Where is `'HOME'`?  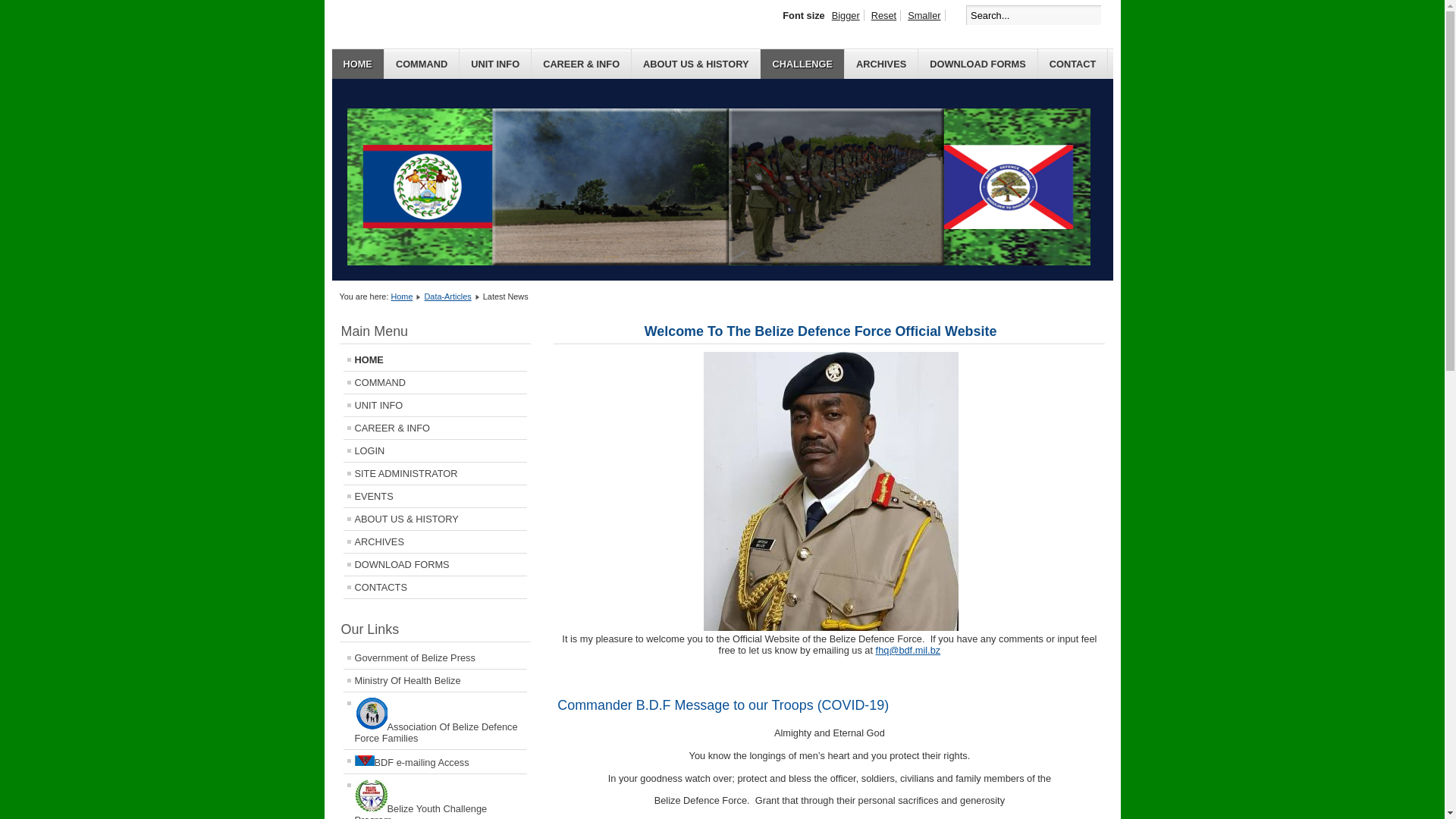 'HOME' is located at coordinates (357, 63).